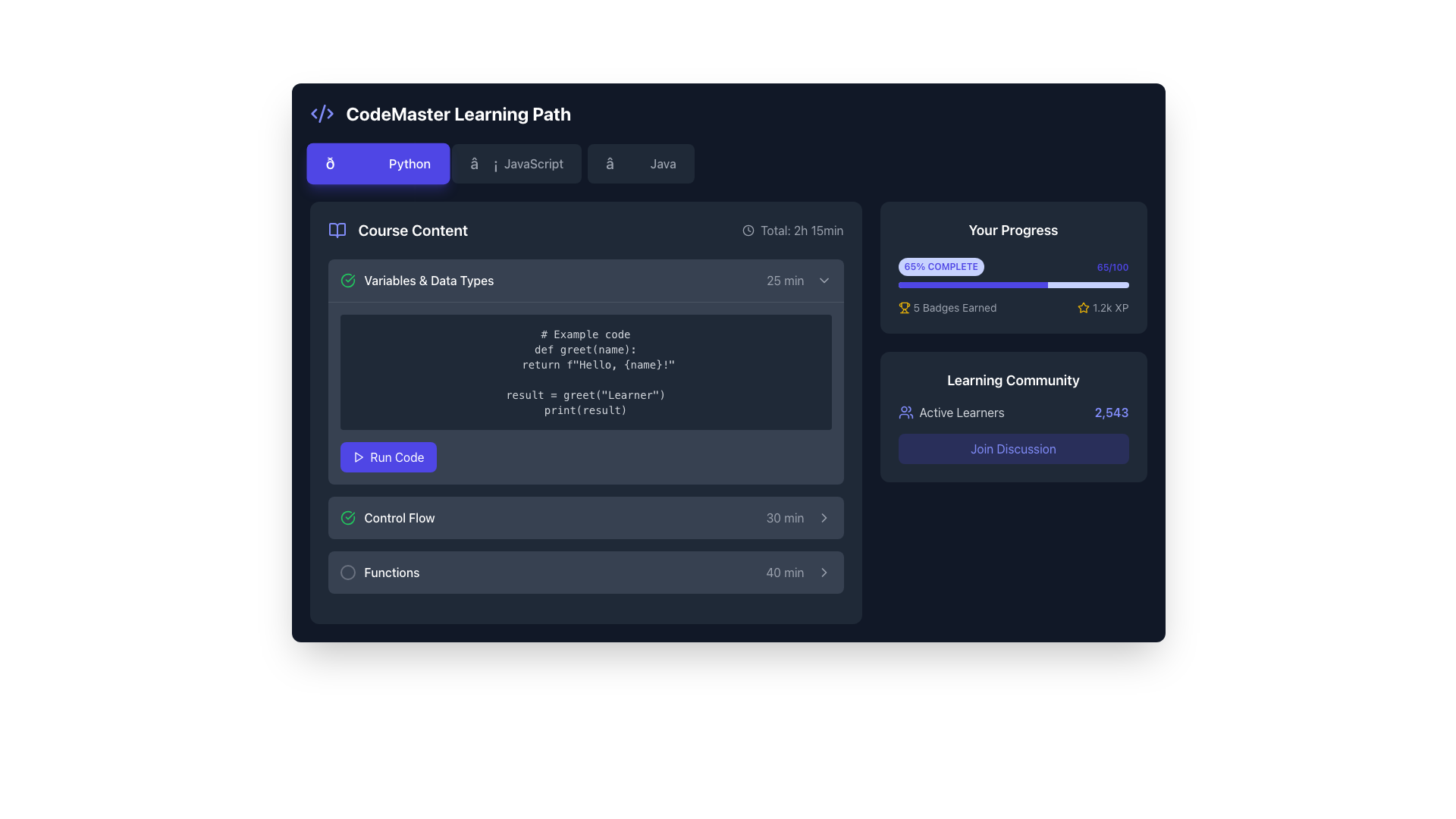 The height and width of the screenshot is (819, 1456). Describe the element at coordinates (946, 307) in the screenshot. I see `the '5 Badges Earned' text with trophy icon in the 'Your Progress' section, which is styled in light gray and accompanied by a yellow trophy icon` at that location.